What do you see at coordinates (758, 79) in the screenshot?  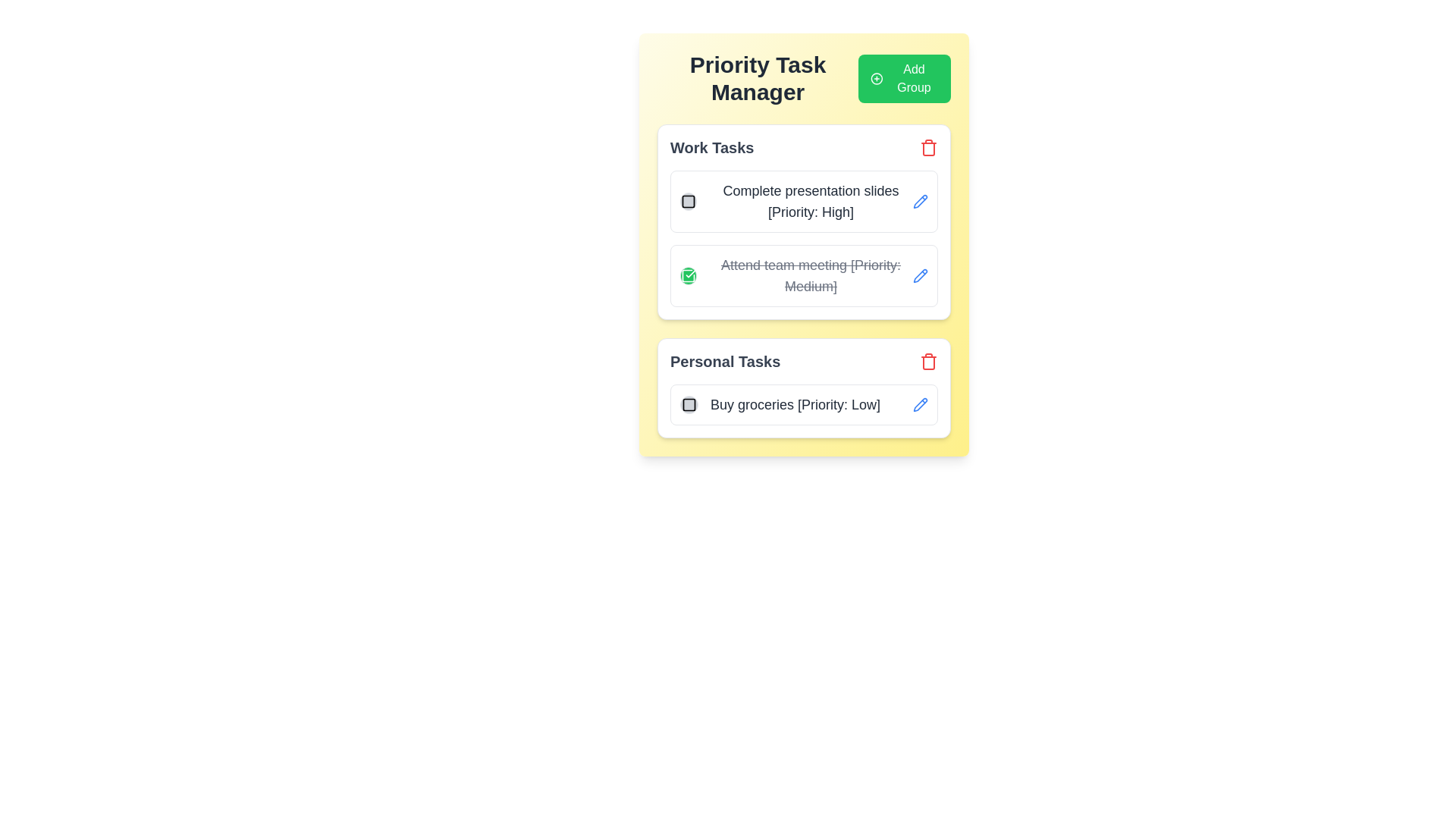 I see `the bold text label 'Priority Task Manager', which is prominently displayed at the top-left of the application's interface, serving as the title or header` at bounding box center [758, 79].